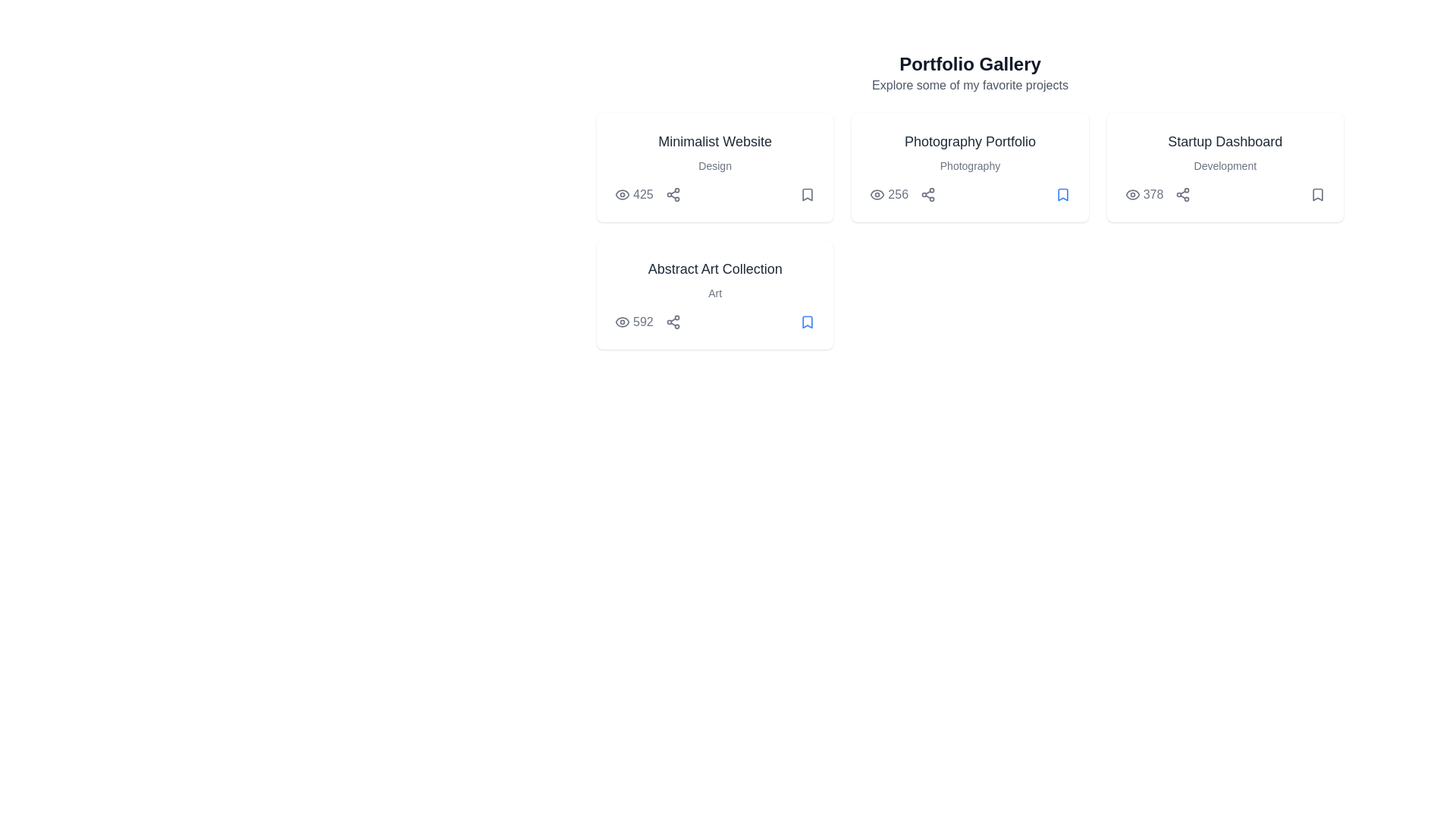 The width and height of the screenshot is (1456, 819). Describe the element at coordinates (1062, 194) in the screenshot. I see `the blue bookmark icon located at the bottom right of the 'Photography Portfolio' project card to bookmark or unbookmark the project` at that location.